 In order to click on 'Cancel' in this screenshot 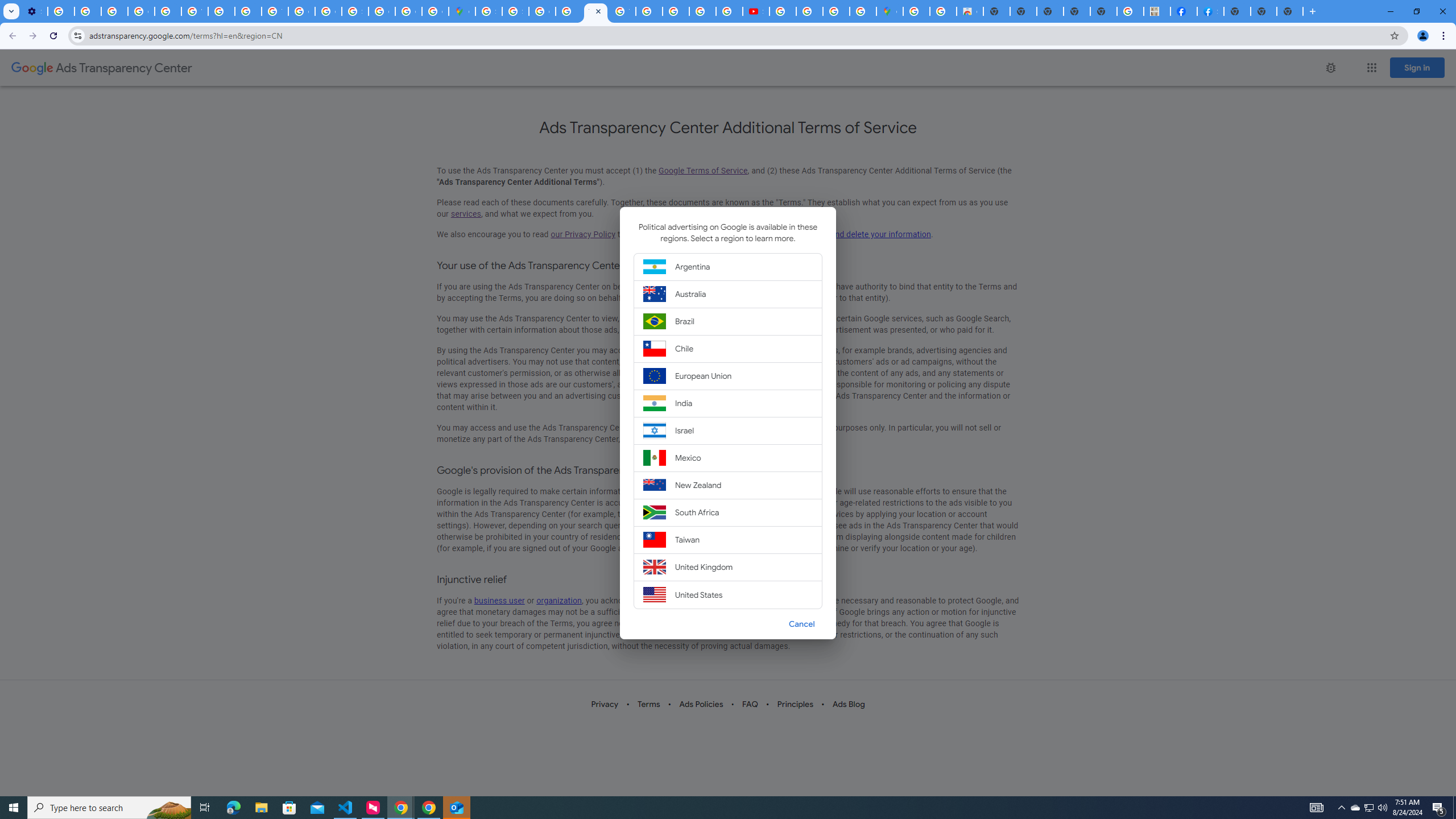, I will do `click(801, 623)`.